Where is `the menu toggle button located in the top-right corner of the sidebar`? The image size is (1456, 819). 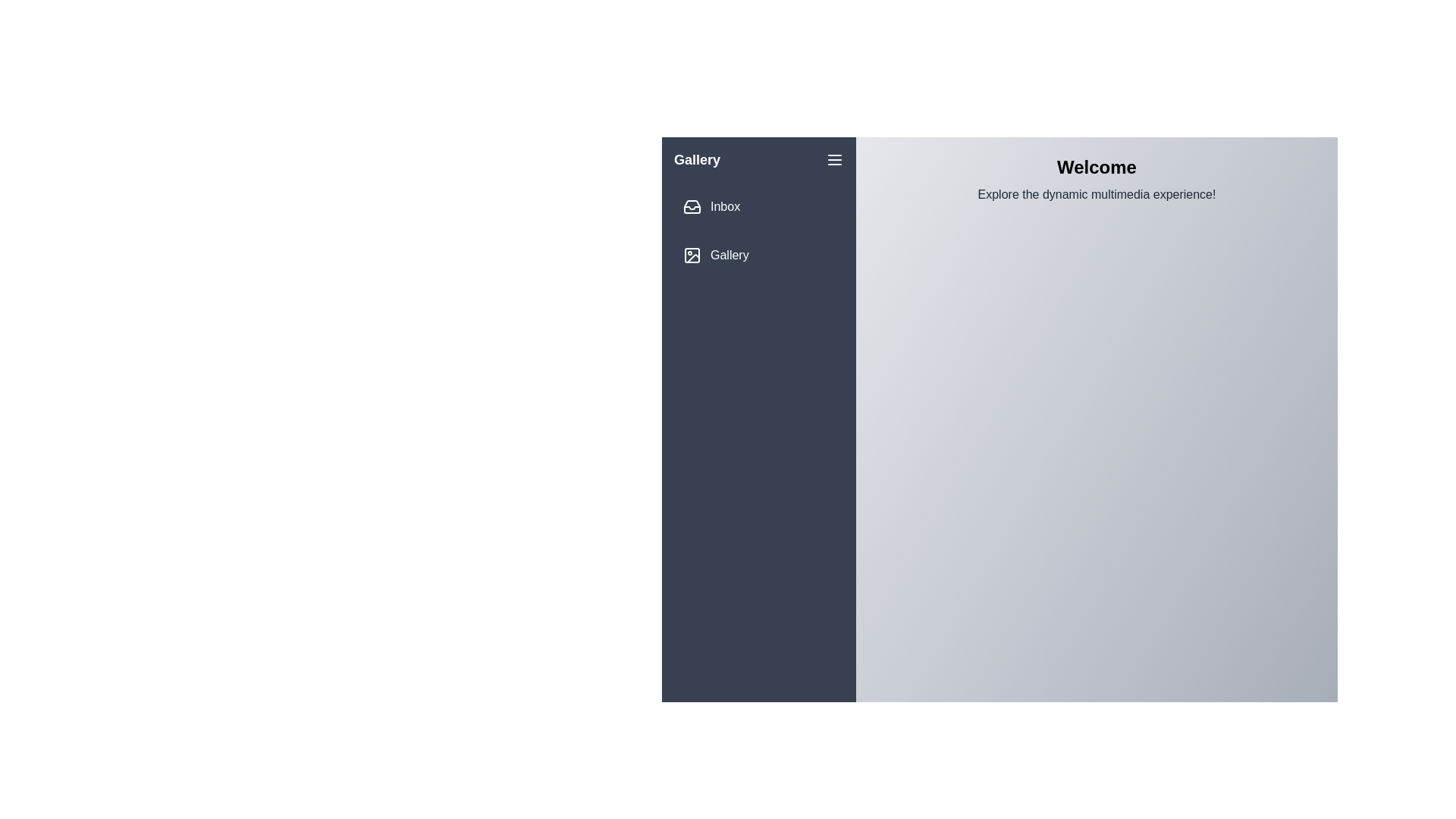
the menu toggle button located in the top-right corner of the sidebar is located at coordinates (833, 160).